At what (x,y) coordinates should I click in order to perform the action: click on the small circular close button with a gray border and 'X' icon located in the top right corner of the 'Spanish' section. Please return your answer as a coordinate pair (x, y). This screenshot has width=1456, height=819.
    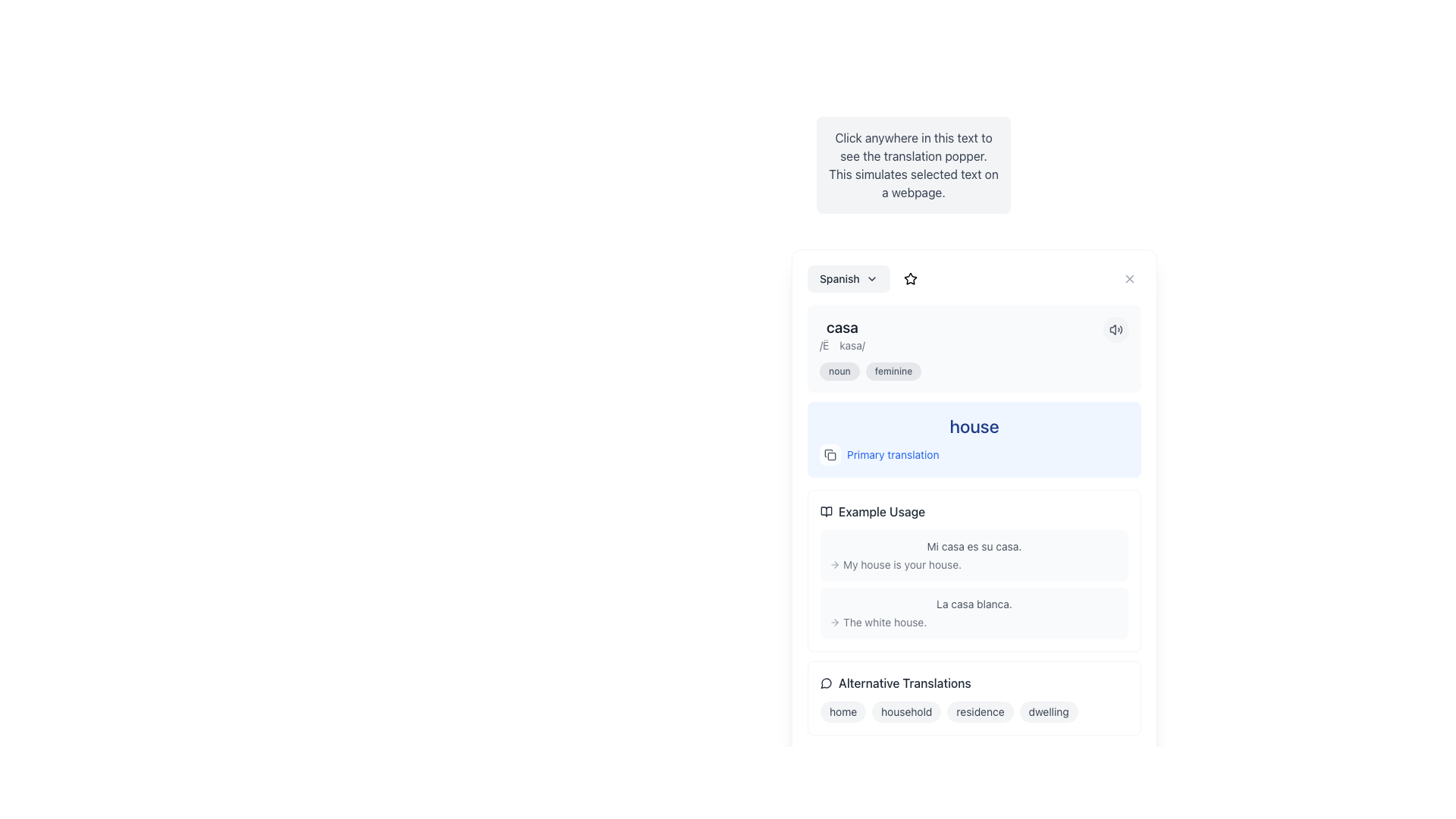
    Looking at the image, I should click on (1129, 278).